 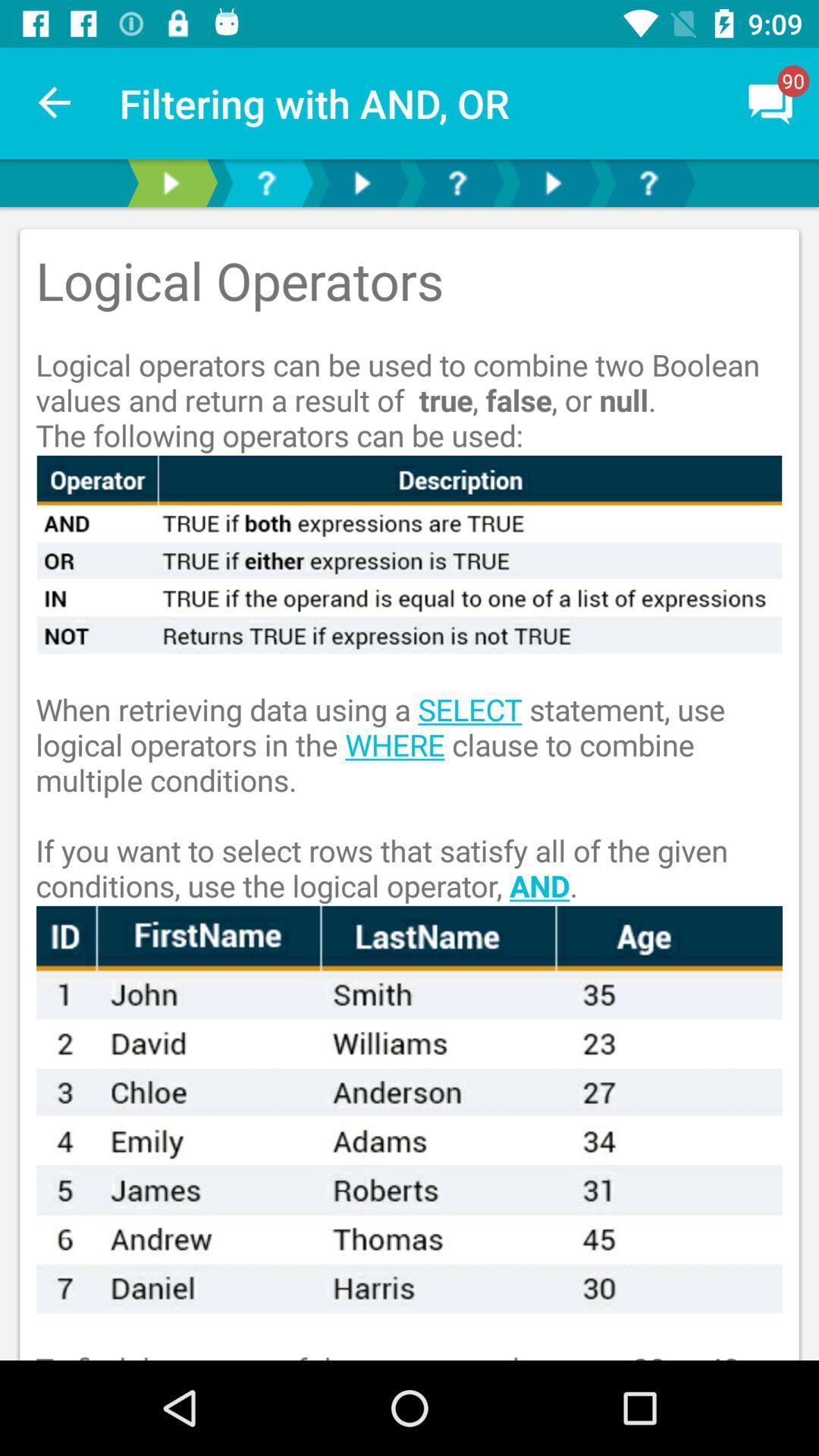 I want to click on the help icon, so click(x=265, y=182).